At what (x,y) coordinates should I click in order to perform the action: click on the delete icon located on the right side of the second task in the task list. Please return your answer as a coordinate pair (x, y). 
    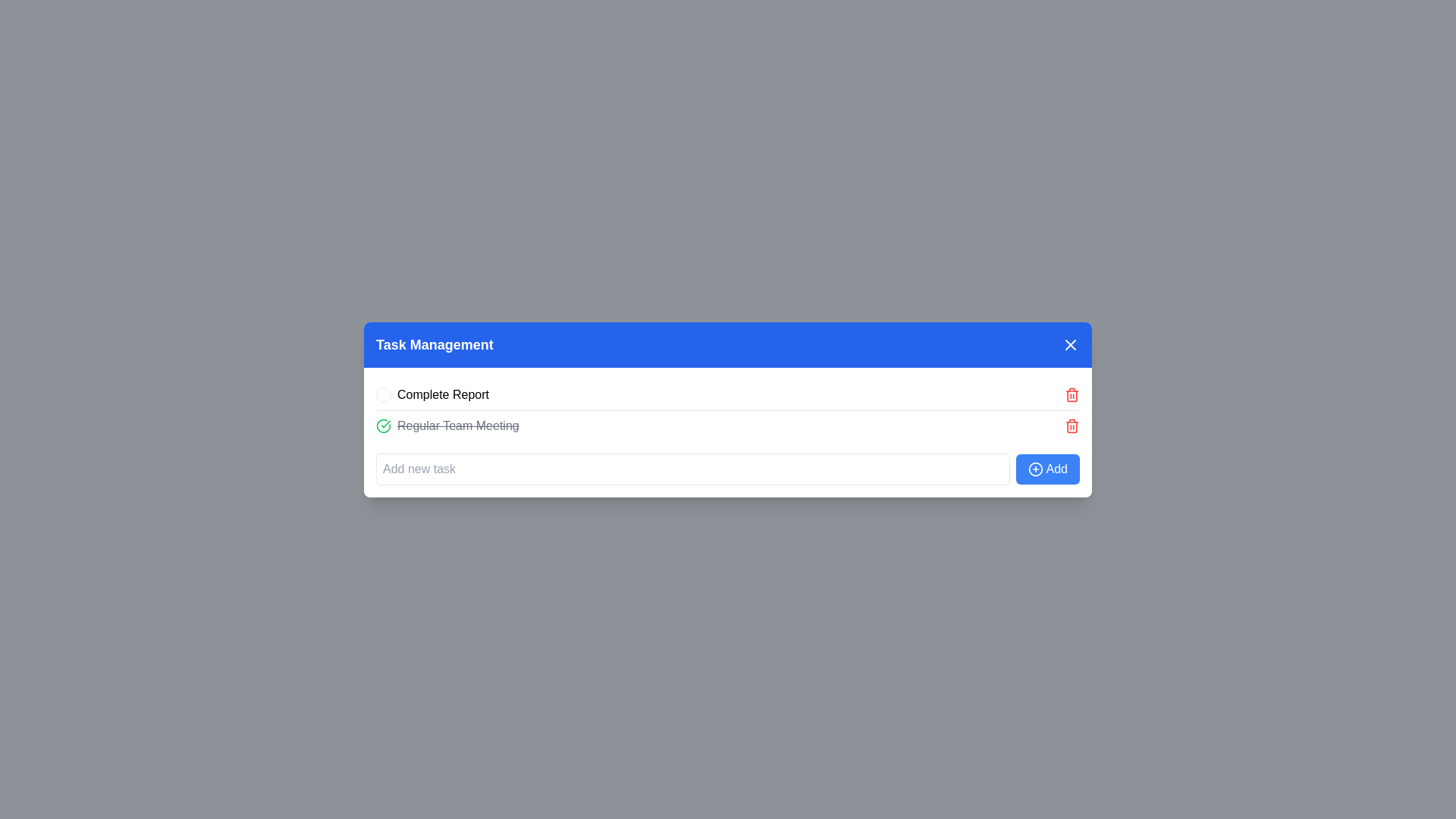
    Looking at the image, I should click on (1072, 394).